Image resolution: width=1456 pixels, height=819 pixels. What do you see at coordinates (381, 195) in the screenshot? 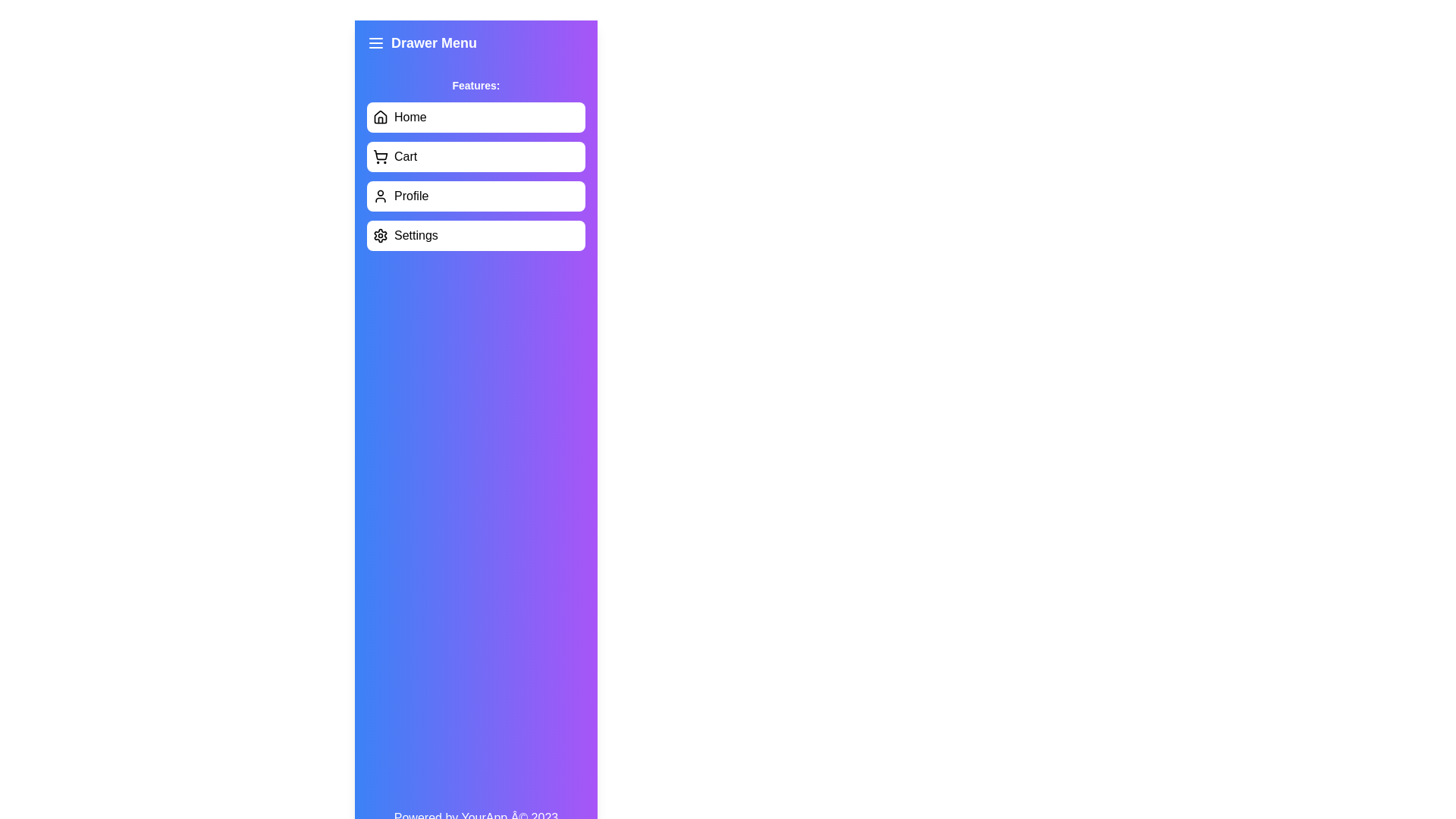
I see `the 'Profile' icon located to the left of the 'Profile' text in the user interface` at bounding box center [381, 195].